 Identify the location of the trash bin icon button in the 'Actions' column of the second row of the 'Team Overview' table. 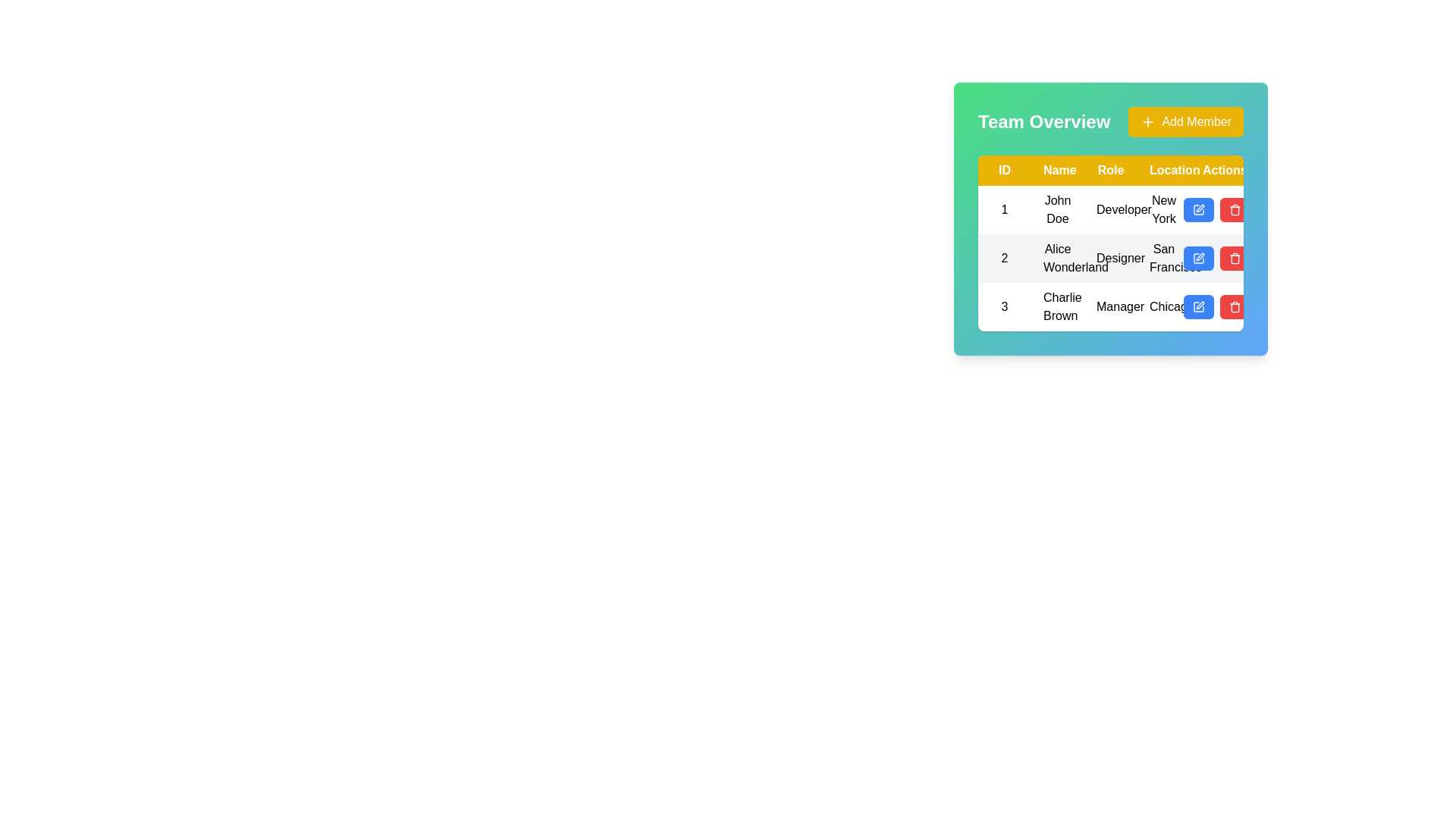
(1235, 257).